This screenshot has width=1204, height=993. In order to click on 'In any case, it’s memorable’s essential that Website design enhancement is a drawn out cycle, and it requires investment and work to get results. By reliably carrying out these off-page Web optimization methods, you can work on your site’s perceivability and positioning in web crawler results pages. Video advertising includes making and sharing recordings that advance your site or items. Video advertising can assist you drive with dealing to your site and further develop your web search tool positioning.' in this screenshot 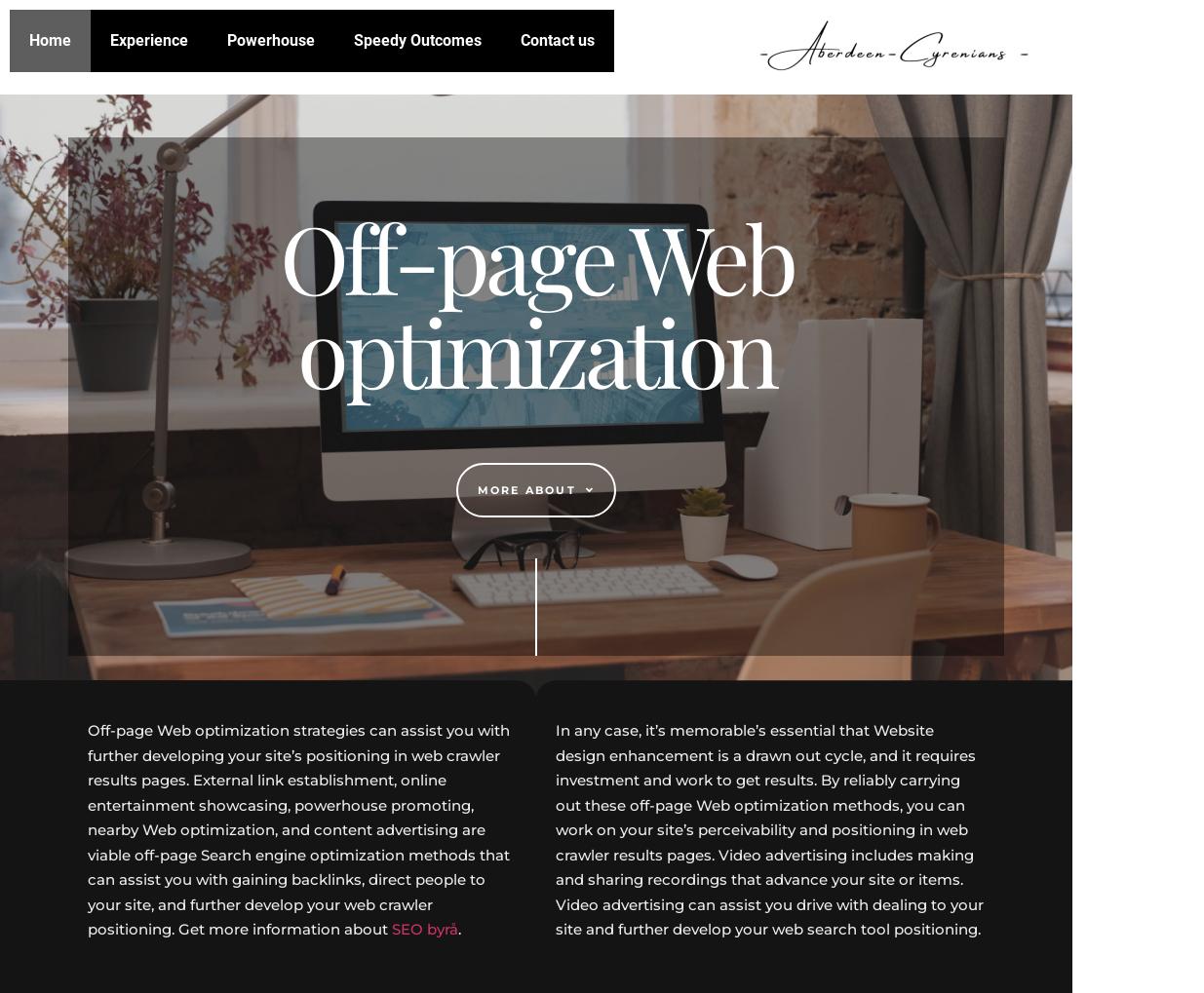, I will do `click(769, 828)`.